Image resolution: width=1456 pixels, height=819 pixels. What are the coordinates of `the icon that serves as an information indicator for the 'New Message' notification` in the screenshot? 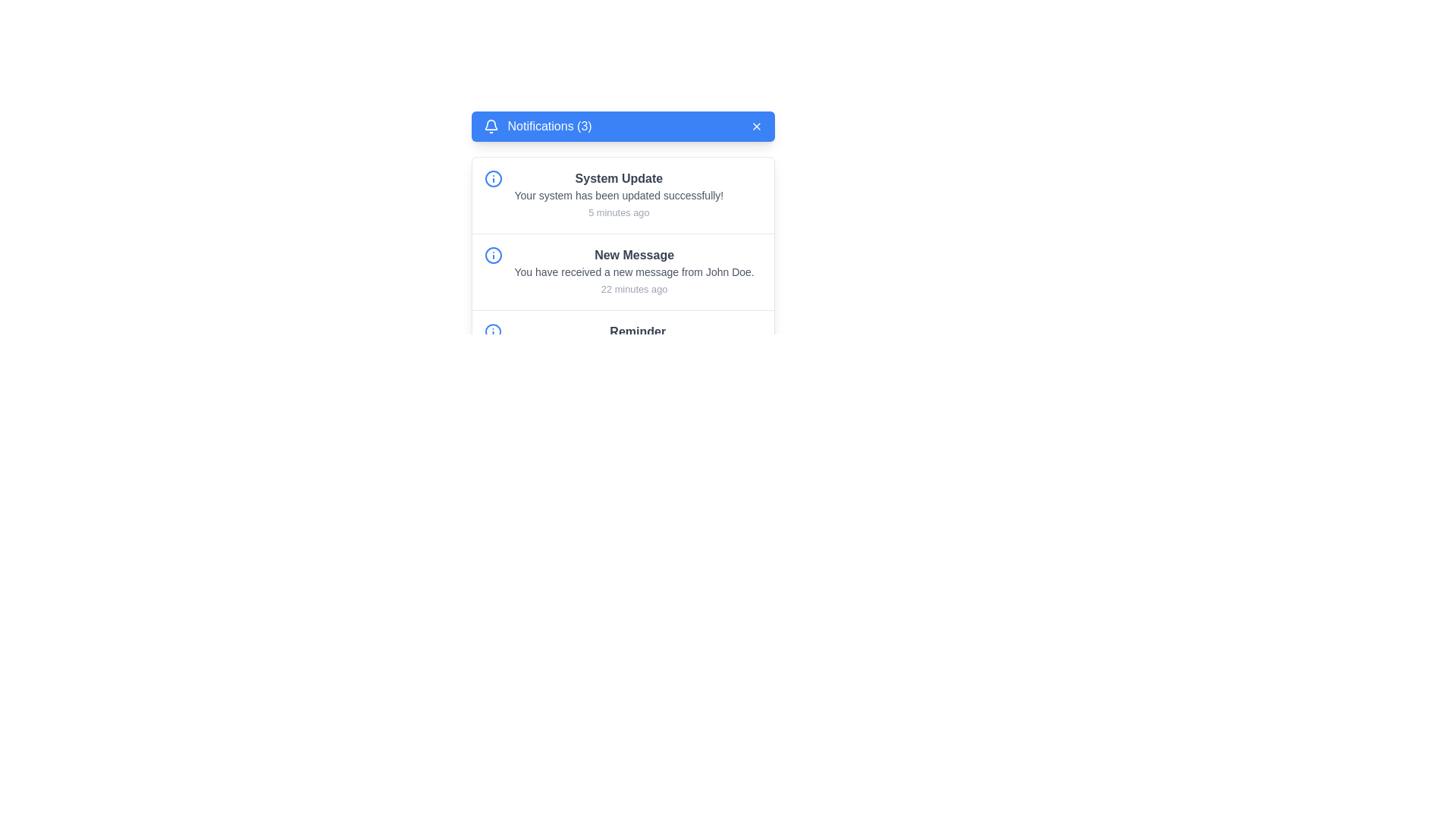 It's located at (493, 254).